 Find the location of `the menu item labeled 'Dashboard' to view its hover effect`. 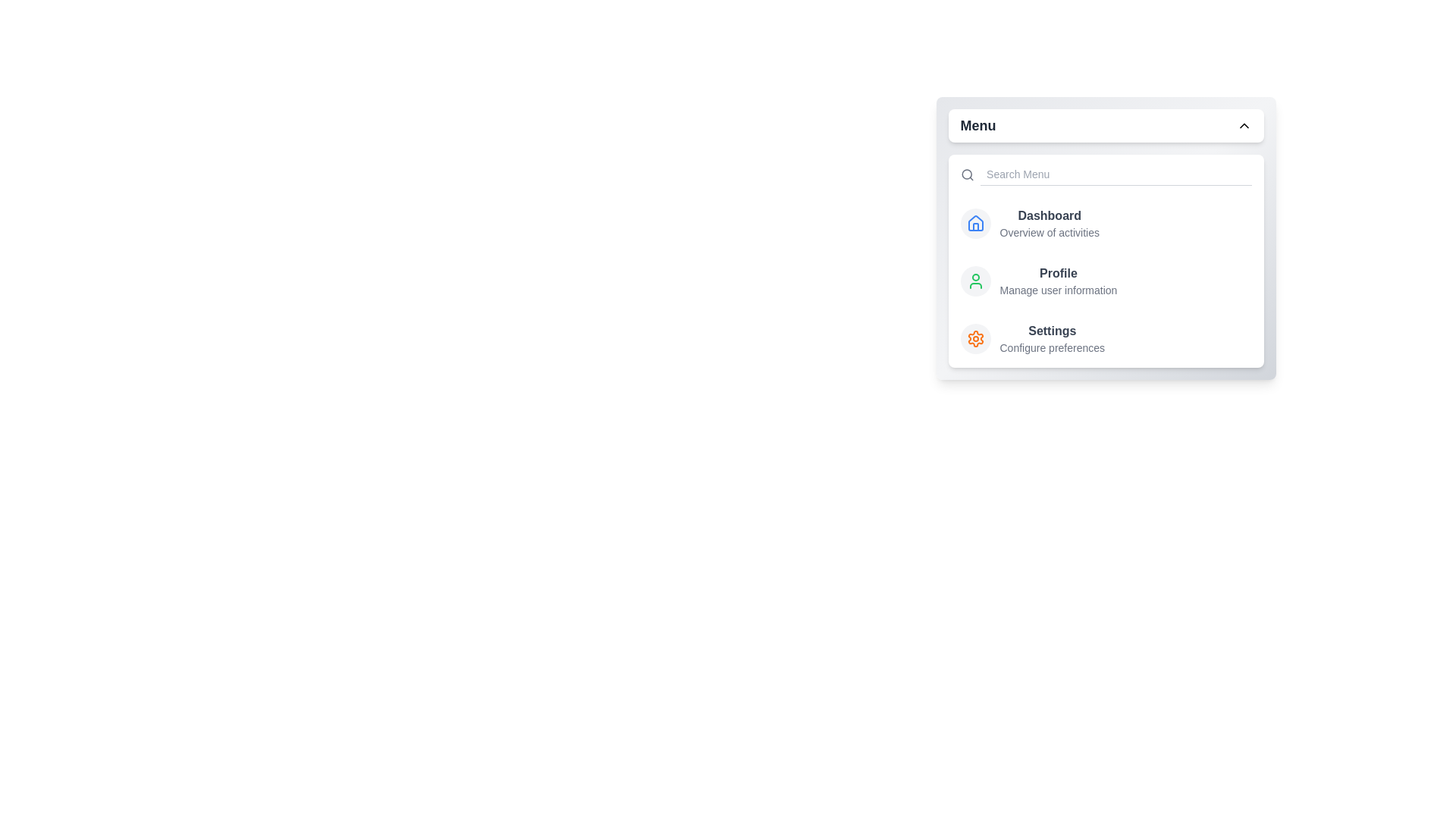

the menu item labeled 'Dashboard' to view its hover effect is located at coordinates (975, 223).